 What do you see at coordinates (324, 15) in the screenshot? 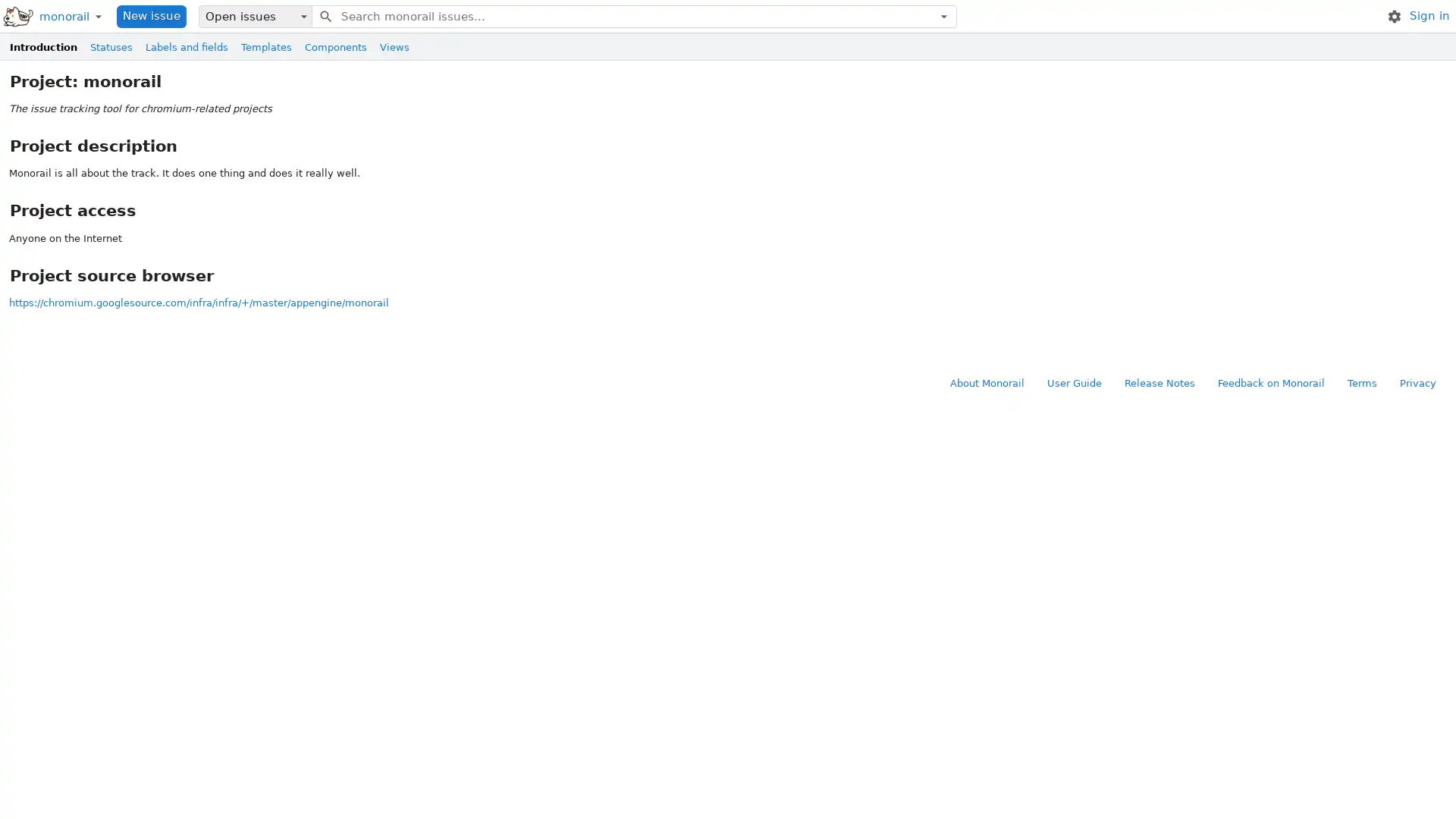
I see `search` at bounding box center [324, 15].